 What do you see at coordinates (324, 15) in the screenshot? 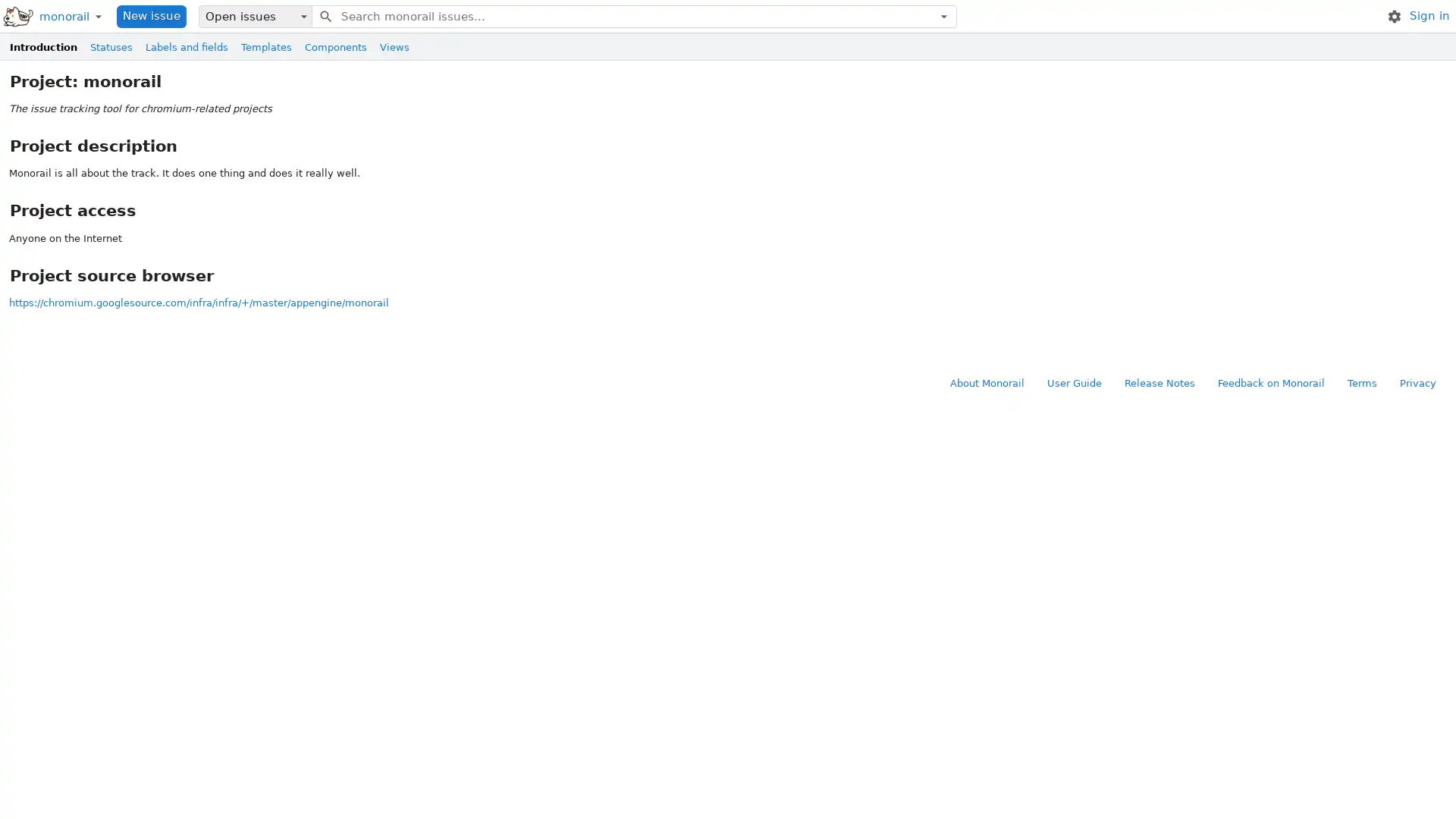
I see `search` at bounding box center [324, 15].